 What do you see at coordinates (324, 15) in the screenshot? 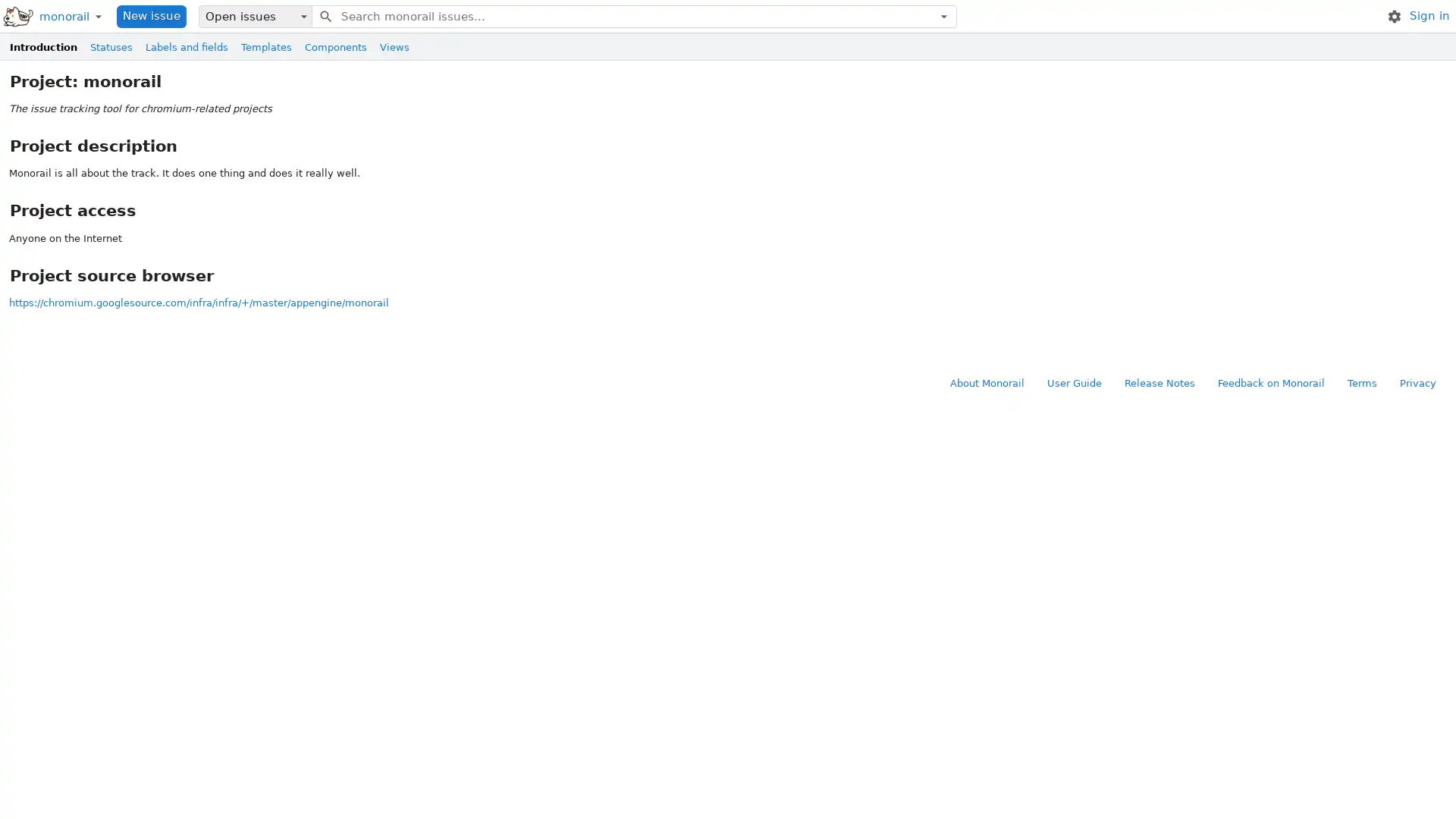
I see `search` at bounding box center [324, 15].